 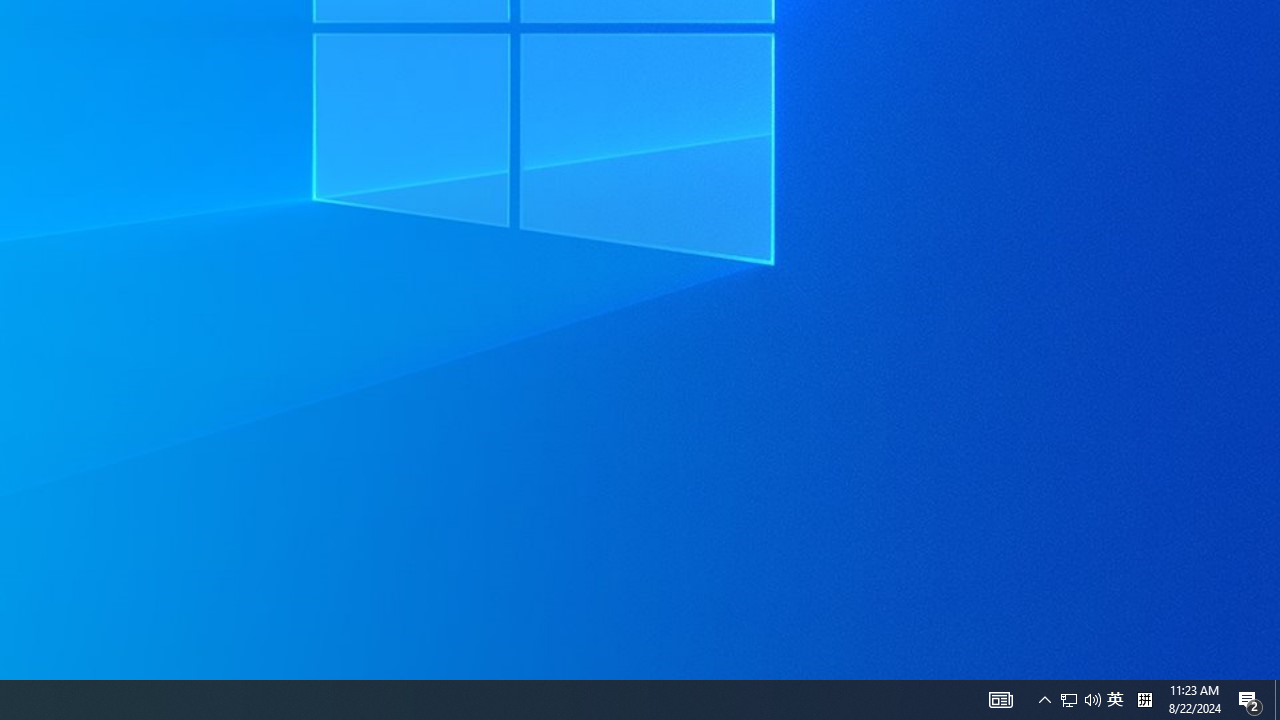 I want to click on 'Tray Input Indicator - Chinese (Simplified, China)', so click(x=1079, y=698).